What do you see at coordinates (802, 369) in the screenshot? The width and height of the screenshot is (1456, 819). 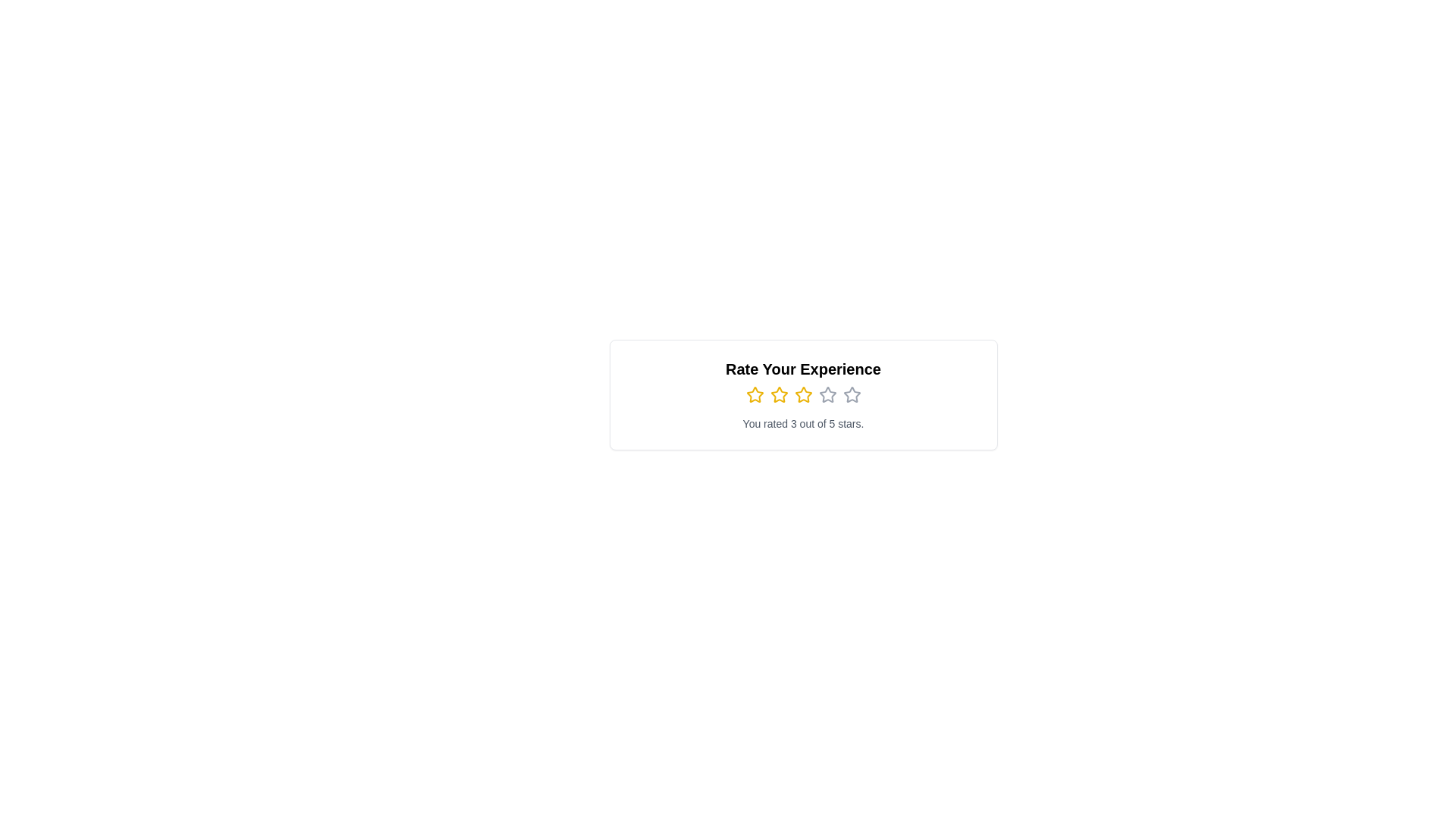 I see `header text that says 'Rate Your Experience', which is bold and centered at the top of the card-like section` at bounding box center [802, 369].